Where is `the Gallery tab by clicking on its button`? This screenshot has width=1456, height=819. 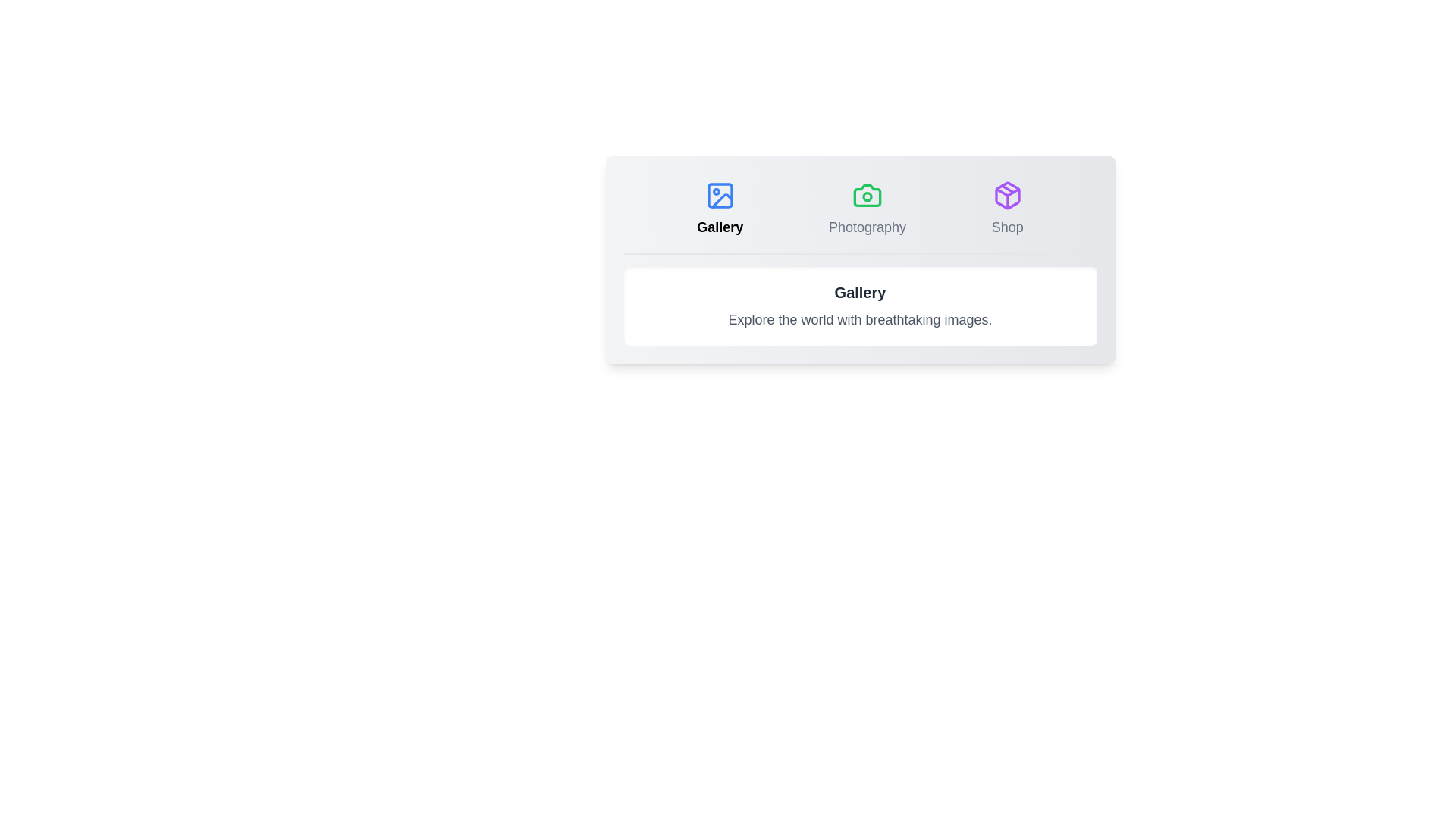
the Gallery tab by clicking on its button is located at coordinates (719, 209).